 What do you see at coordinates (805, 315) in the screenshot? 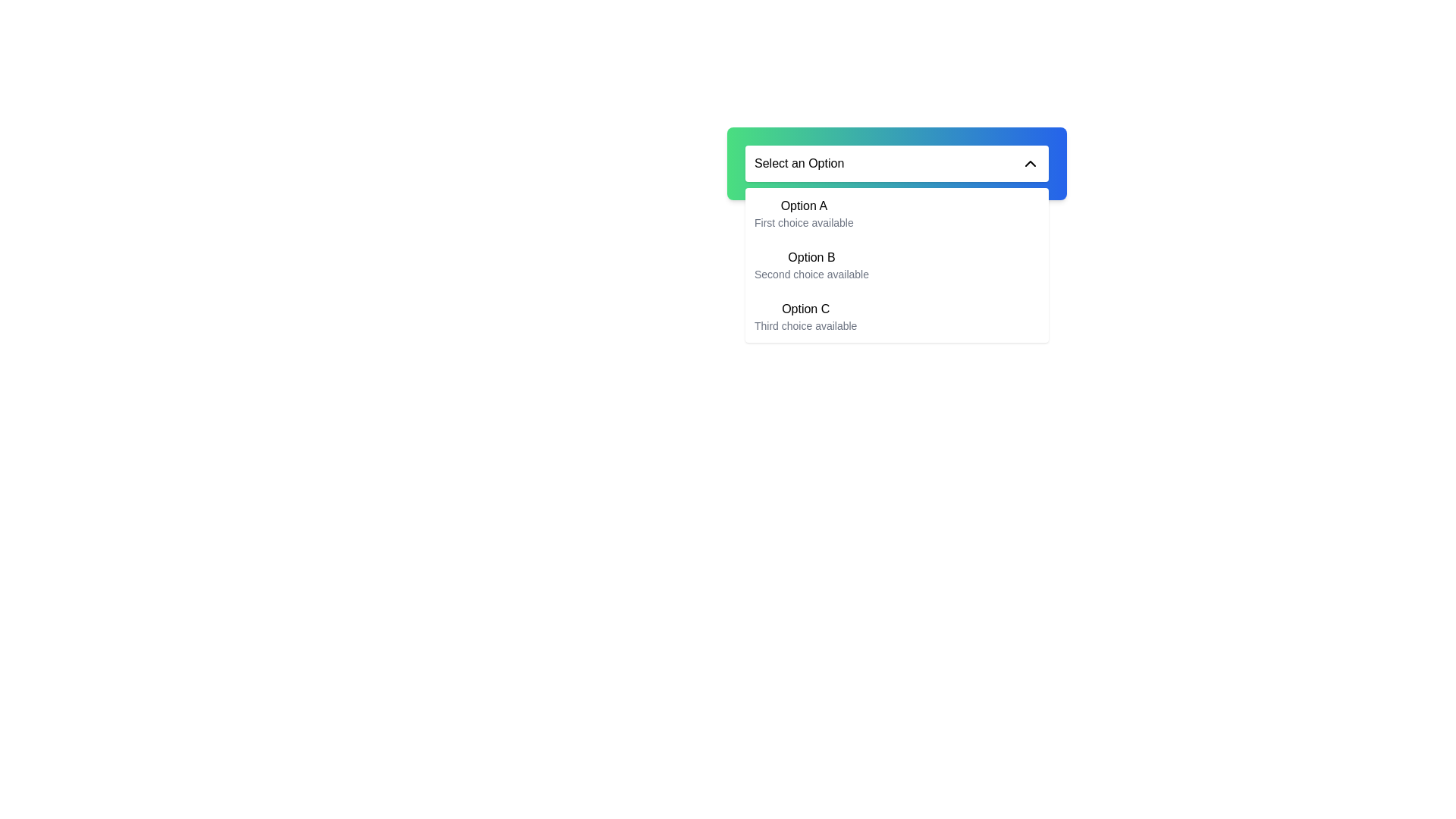
I see `the dropdown list option item titled 'Option C' which includes the description 'Third choice available'` at bounding box center [805, 315].